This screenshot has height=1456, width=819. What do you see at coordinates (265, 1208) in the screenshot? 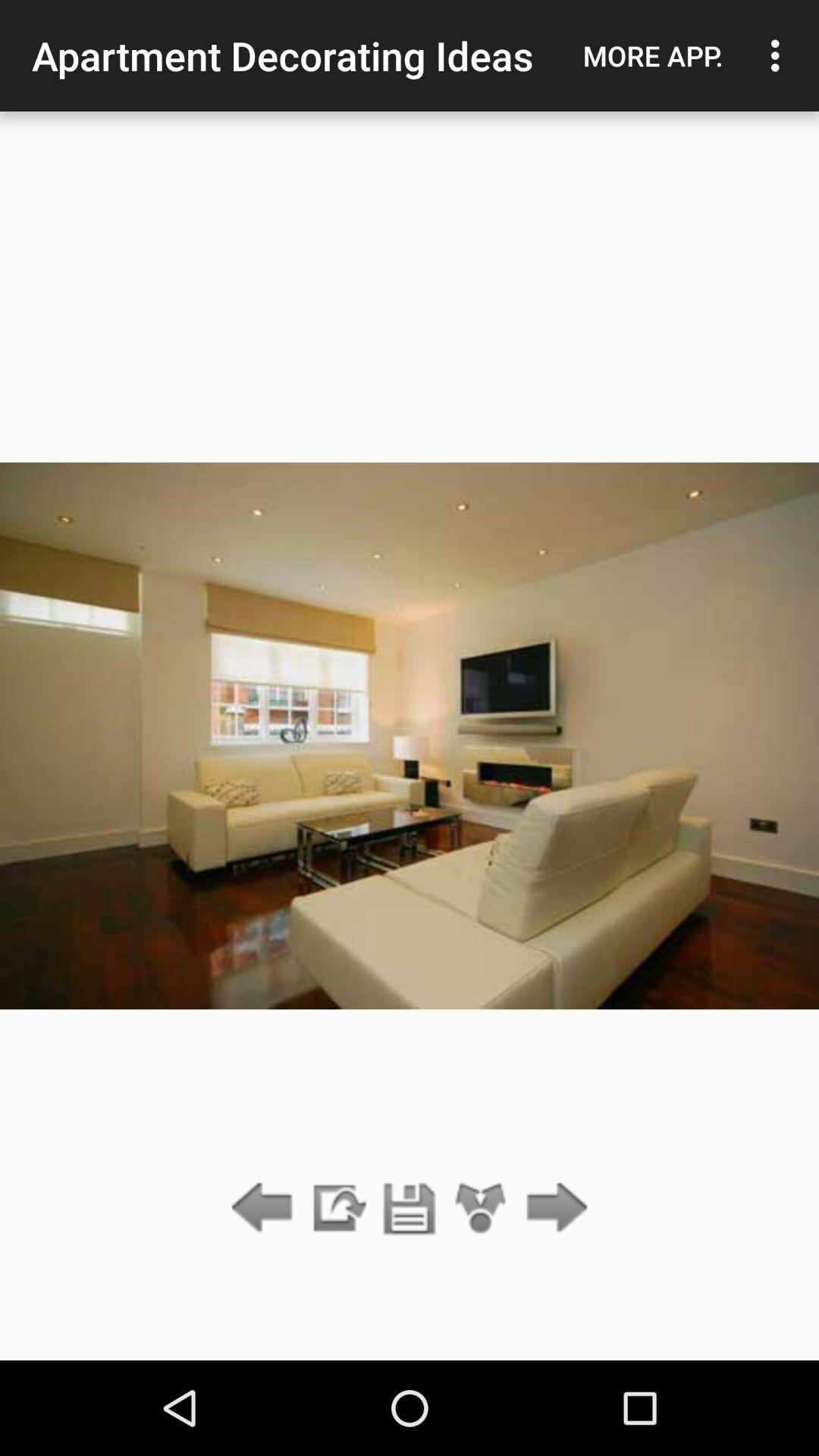
I see `the arrow_backward icon` at bounding box center [265, 1208].